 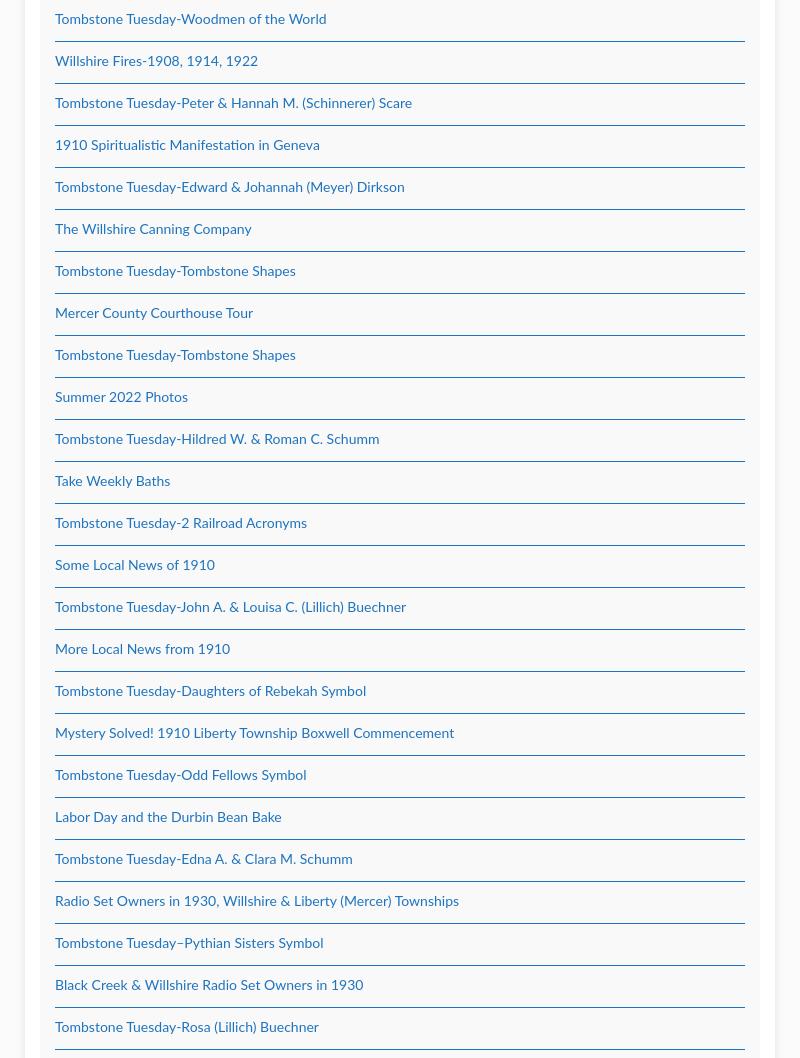 I want to click on 'Tombstone Tuesday-Woodmen of the World', so click(x=189, y=19).